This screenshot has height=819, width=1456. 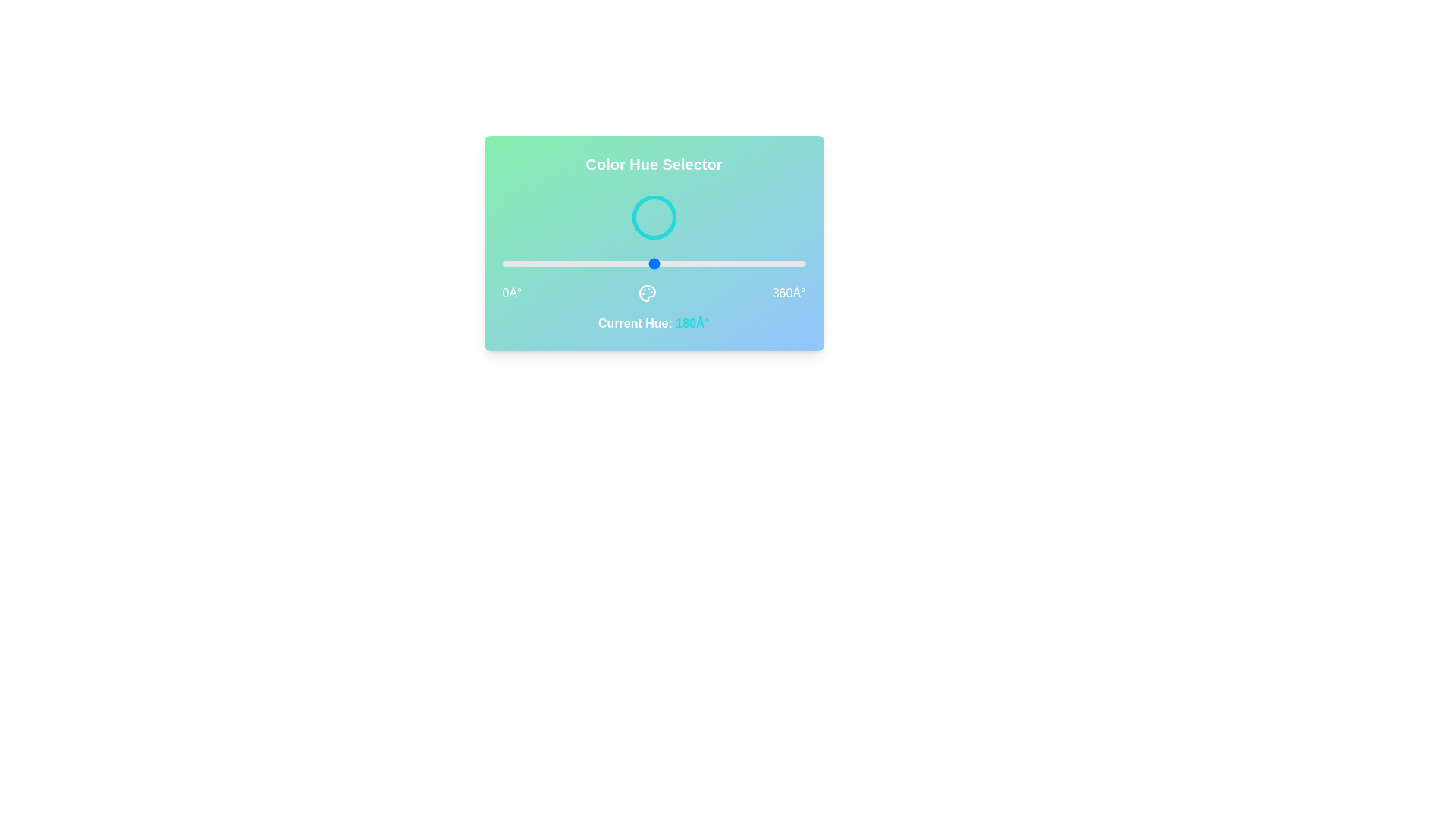 I want to click on the slider to set the hue to 293 degrees, causing the circle's color to change accordingly, so click(x=749, y=262).